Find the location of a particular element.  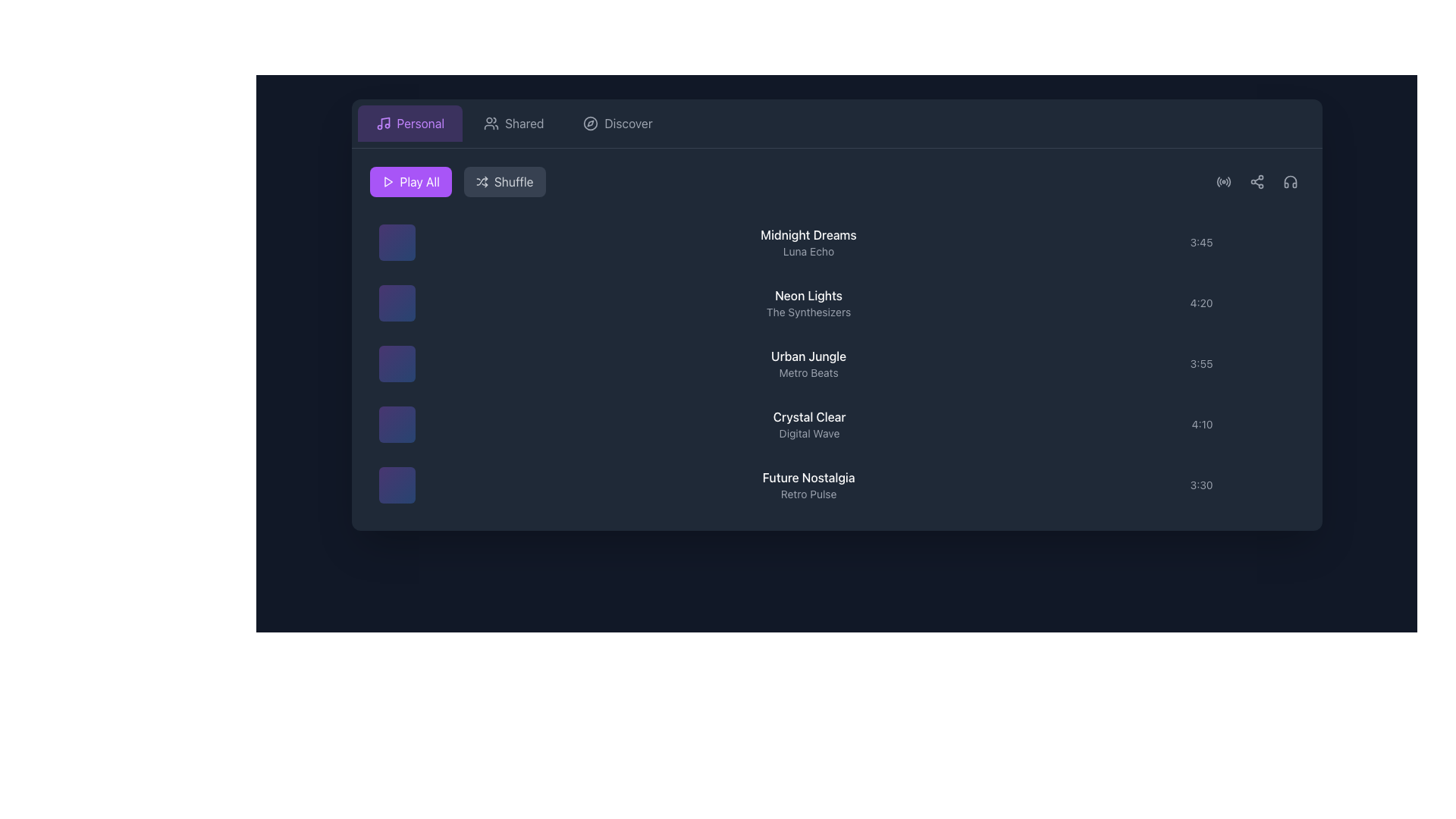

static text display labeled 'Future Nostalgia' with a subtitle 'Retro Pulse', located in the center-right area of the list is located at coordinates (808, 485).